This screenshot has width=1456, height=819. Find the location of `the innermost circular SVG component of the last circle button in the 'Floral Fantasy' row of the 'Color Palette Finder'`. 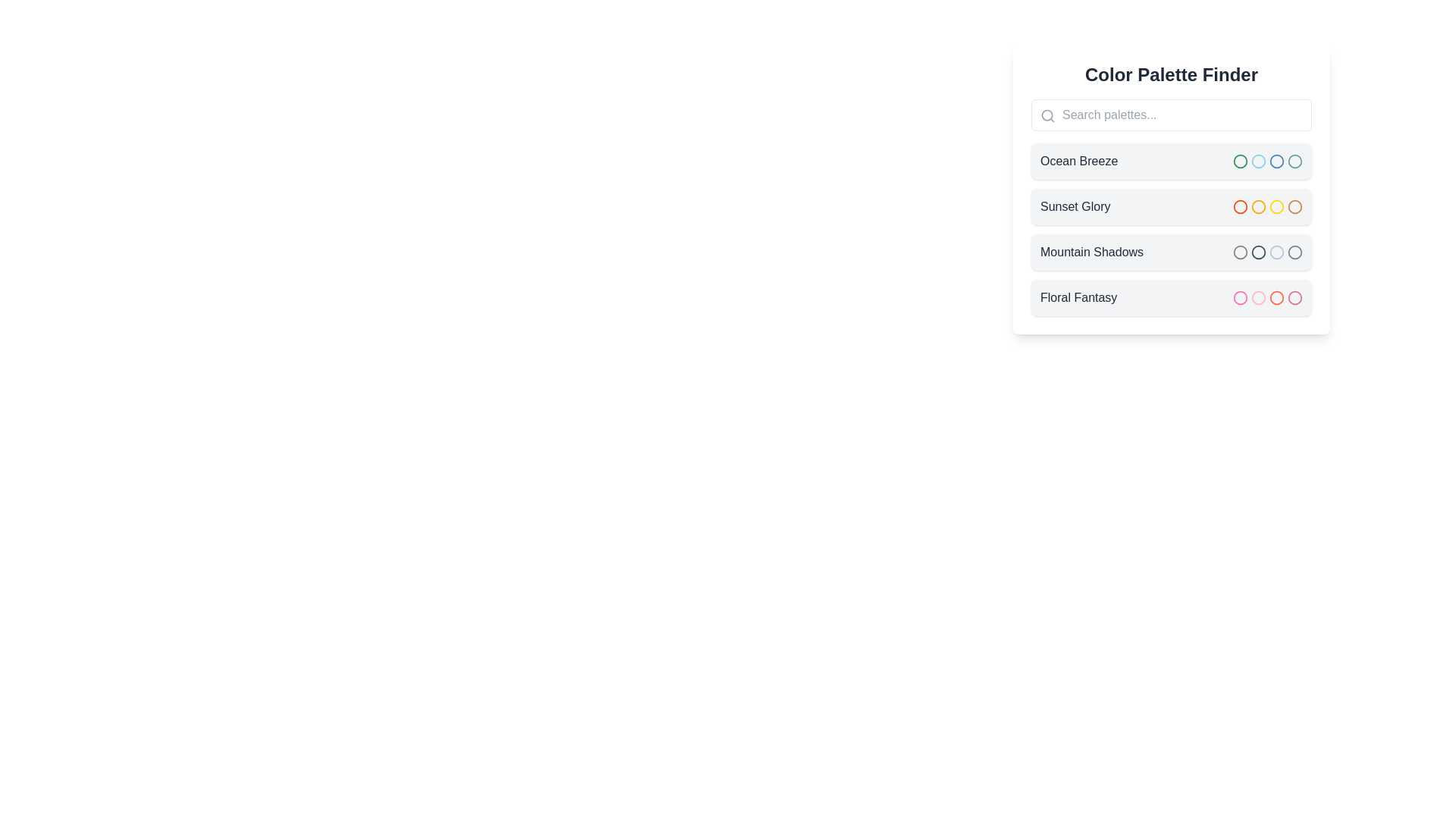

the innermost circular SVG component of the last circle button in the 'Floral Fantasy' row of the 'Color Palette Finder' is located at coordinates (1294, 298).